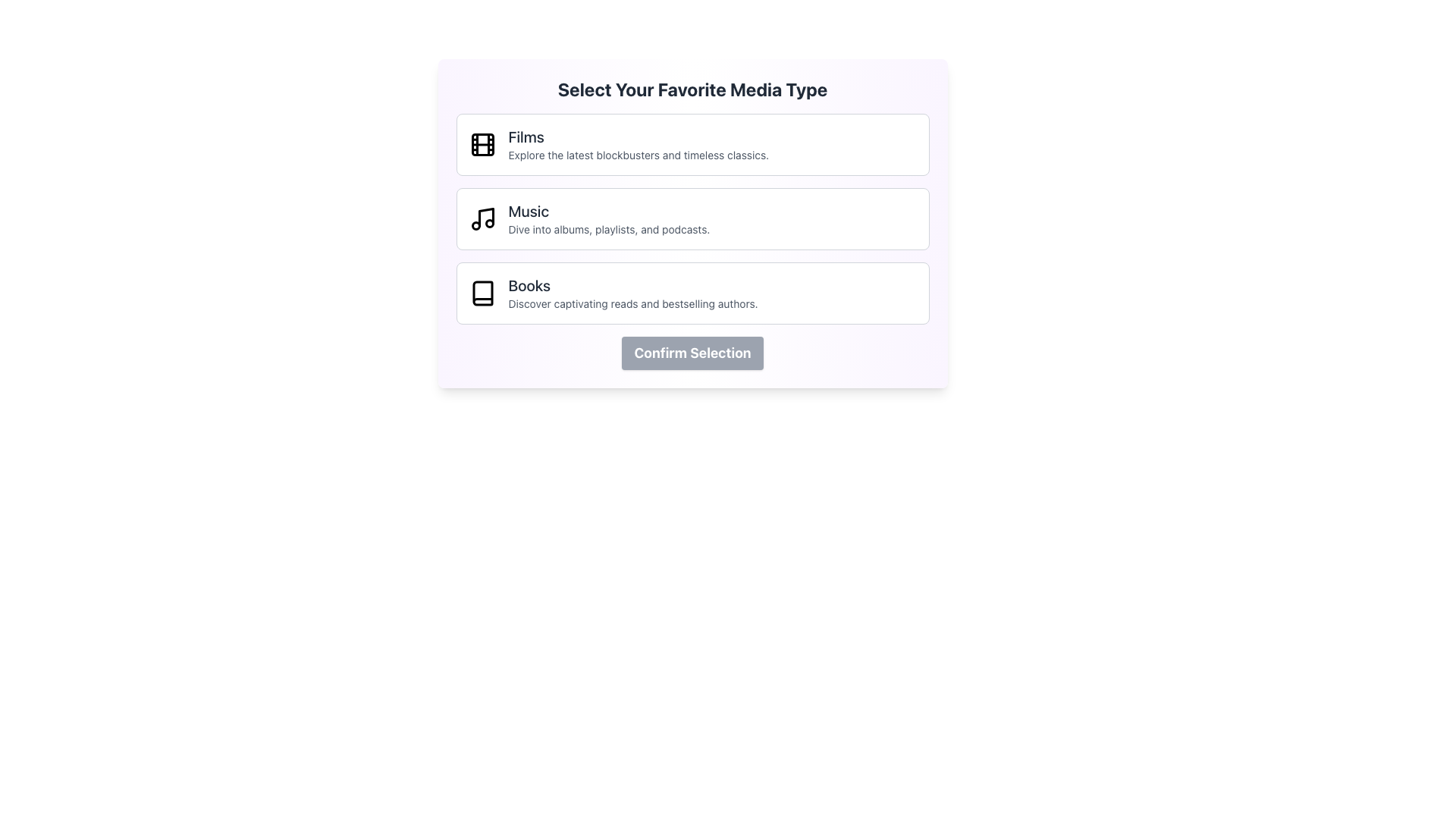 The height and width of the screenshot is (819, 1456). Describe the element at coordinates (475, 225) in the screenshot. I see `the small circular node associated with the music note icon in the 'Music' section of the selection menu` at that location.